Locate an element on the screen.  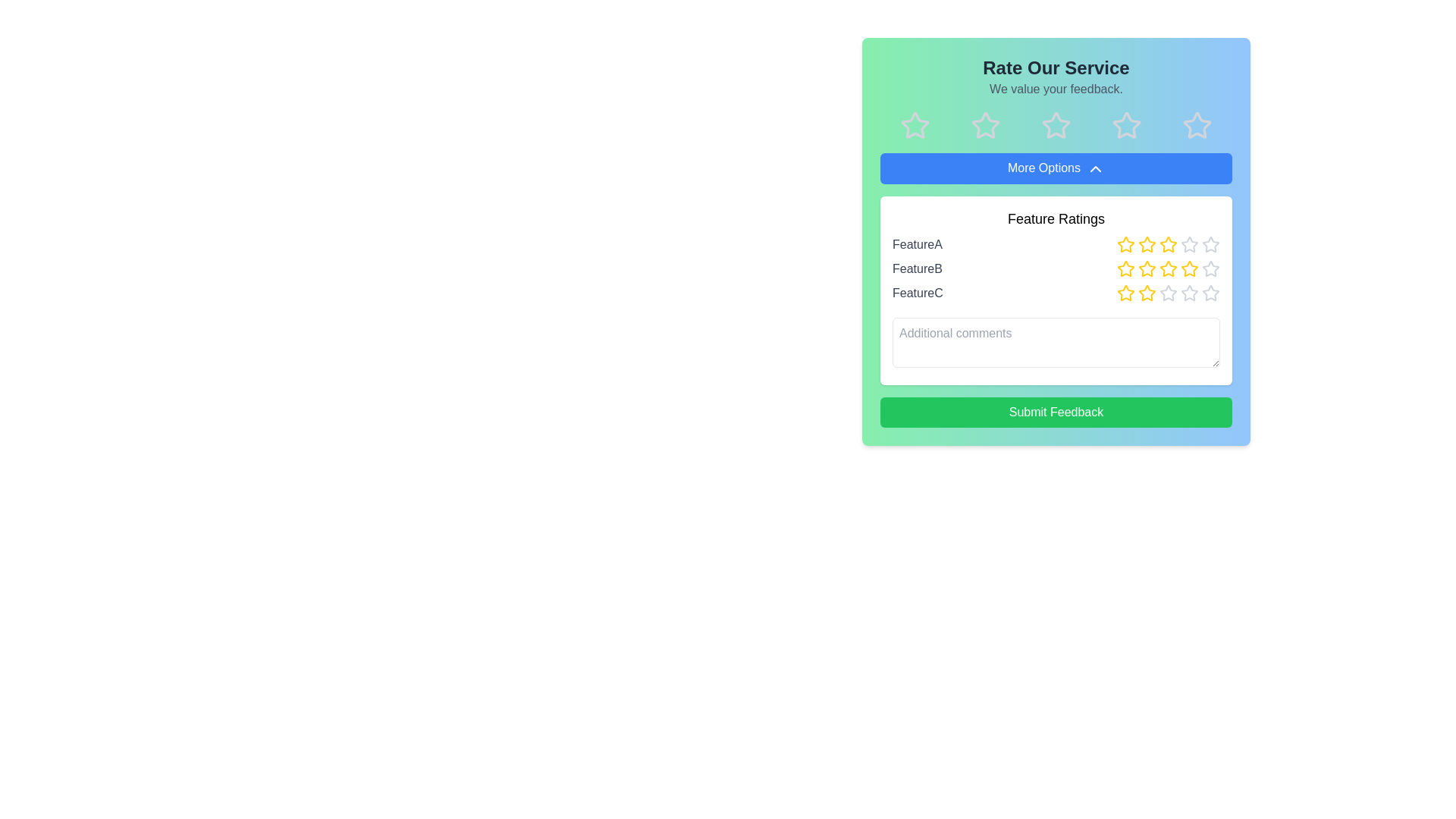
the fifth gray outlined star icon in the 'FeatureC' row of the 'Feature Ratings' section is located at coordinates (1189, 292).